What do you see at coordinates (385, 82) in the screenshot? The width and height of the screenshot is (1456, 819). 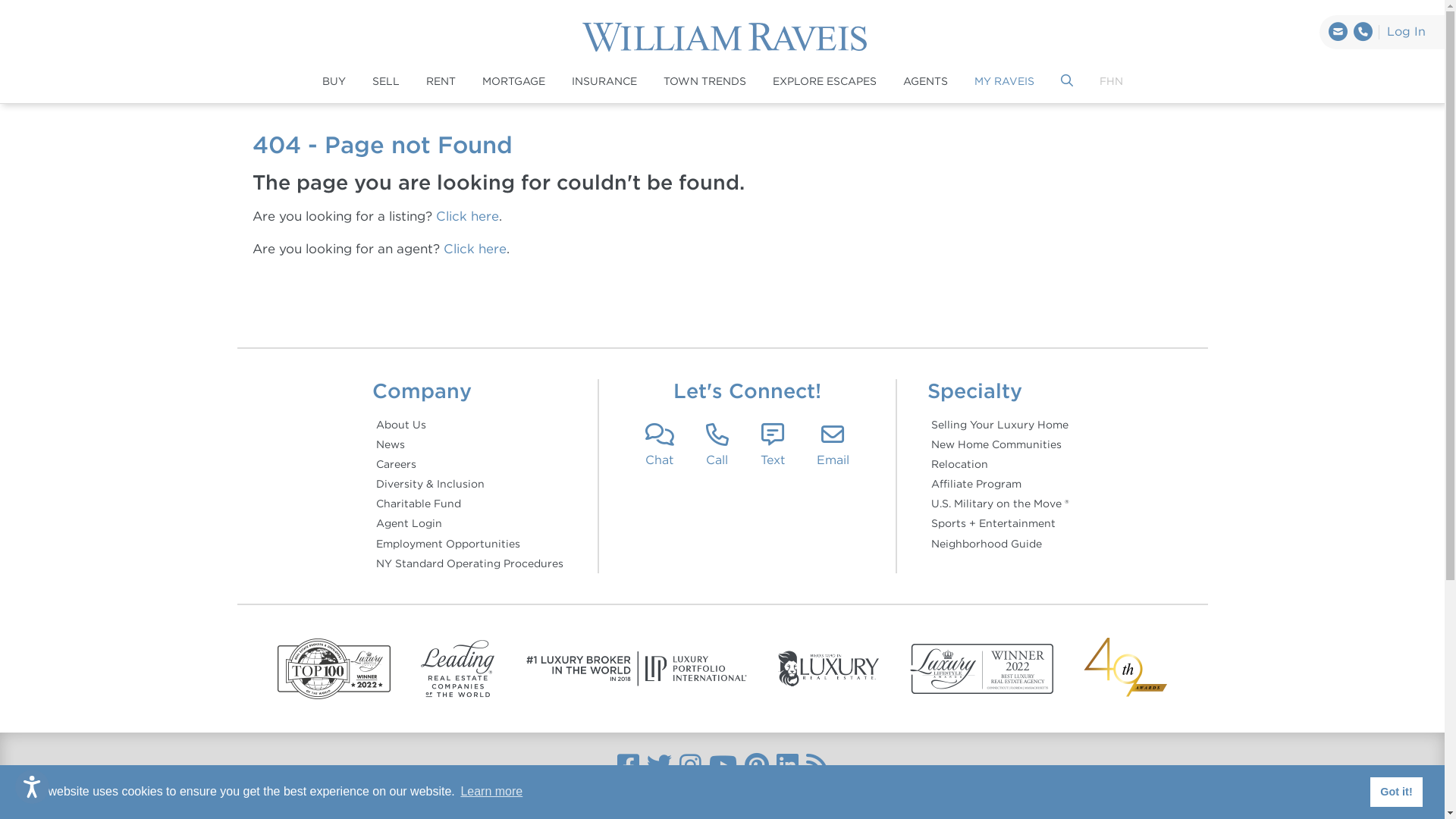 I see `'SELL'` at bounding box center [385, 82].